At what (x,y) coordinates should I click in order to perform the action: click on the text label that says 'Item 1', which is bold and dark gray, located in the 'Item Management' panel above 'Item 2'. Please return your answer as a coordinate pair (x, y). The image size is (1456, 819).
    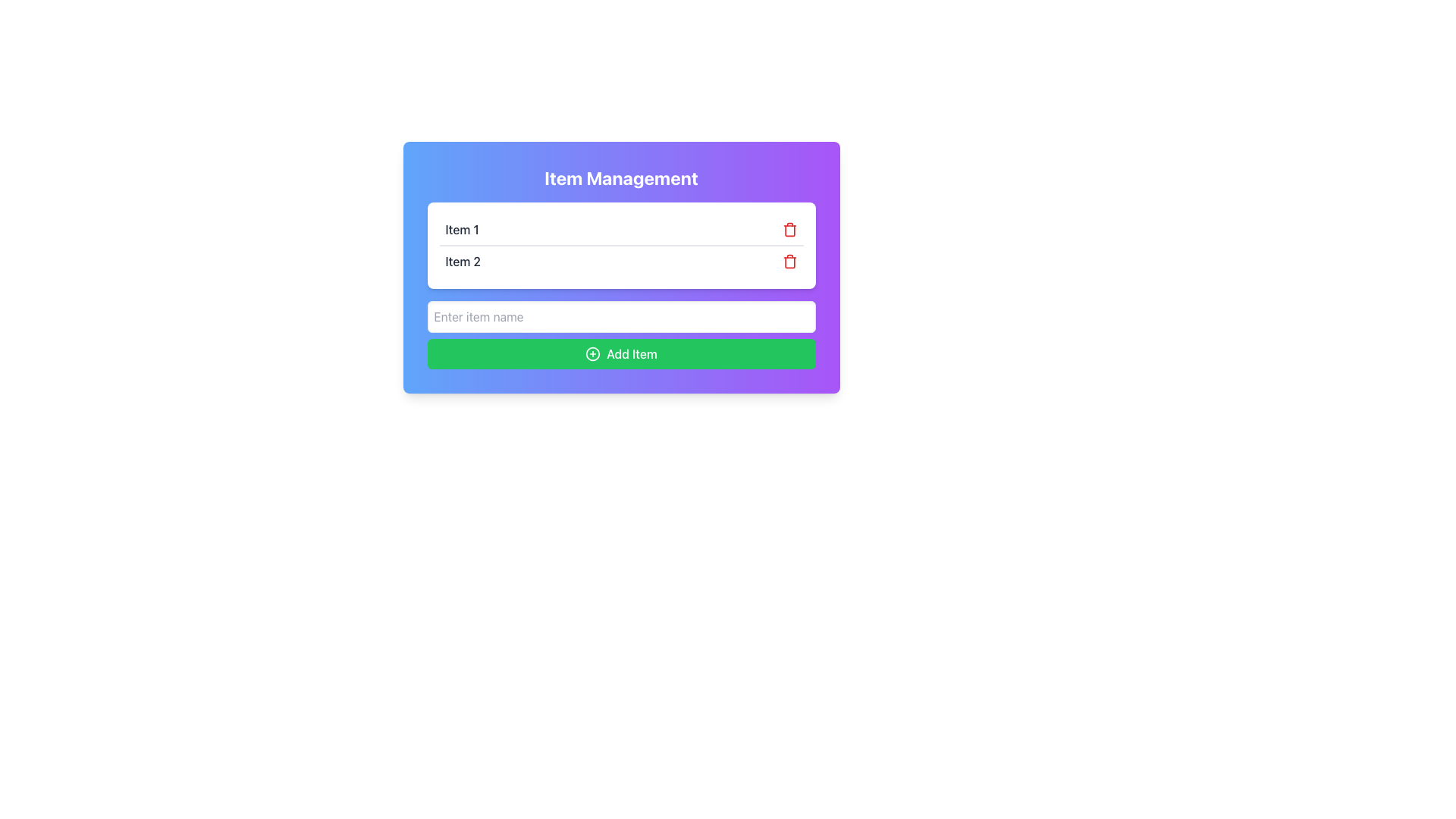
    Looking at the image, I should click on (461, 230).